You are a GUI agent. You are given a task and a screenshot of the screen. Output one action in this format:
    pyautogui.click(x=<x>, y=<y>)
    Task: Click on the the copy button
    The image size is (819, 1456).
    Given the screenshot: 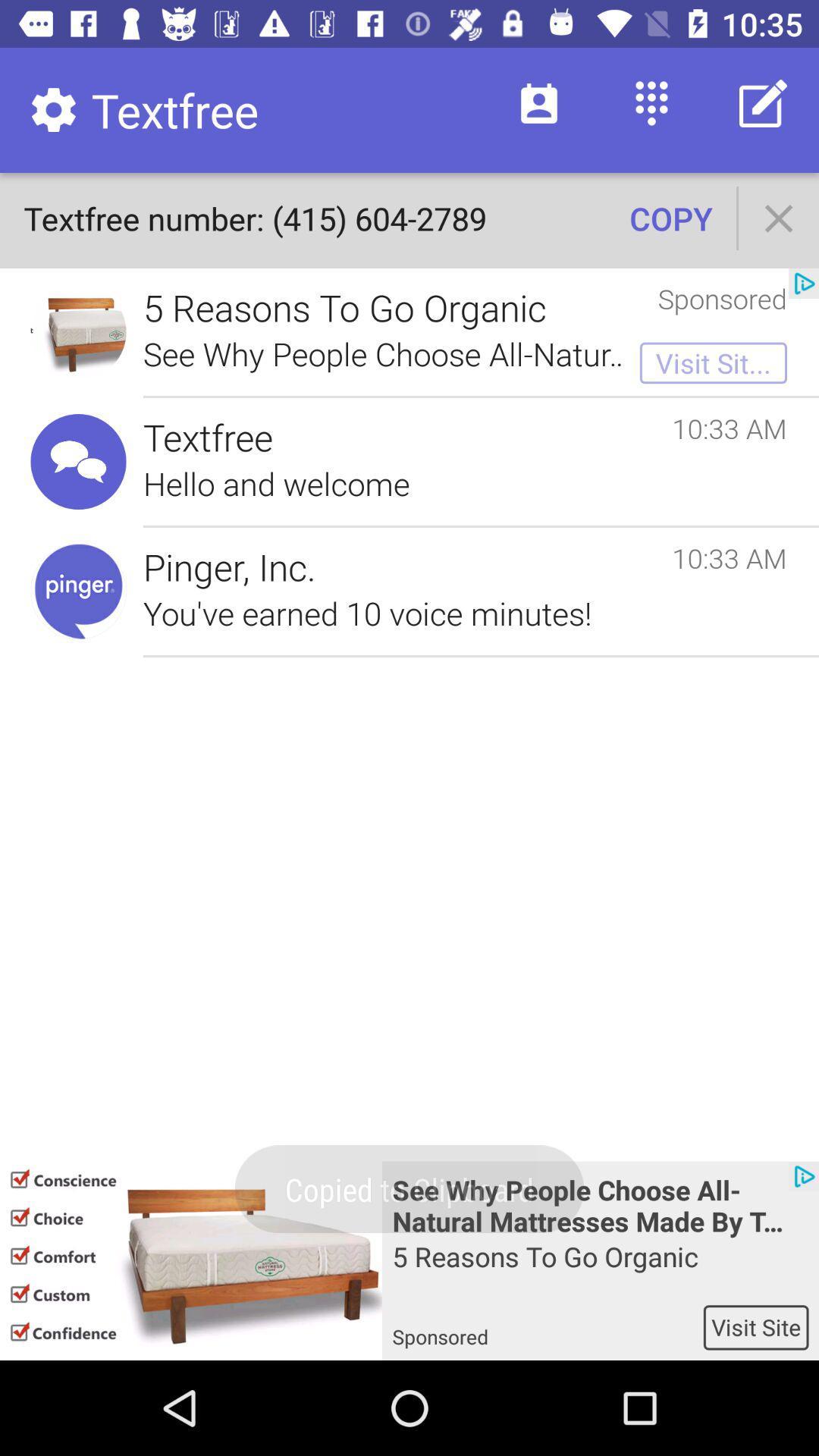 What is the action you would take?
    pyautogui.click(x=670, y=218)
    